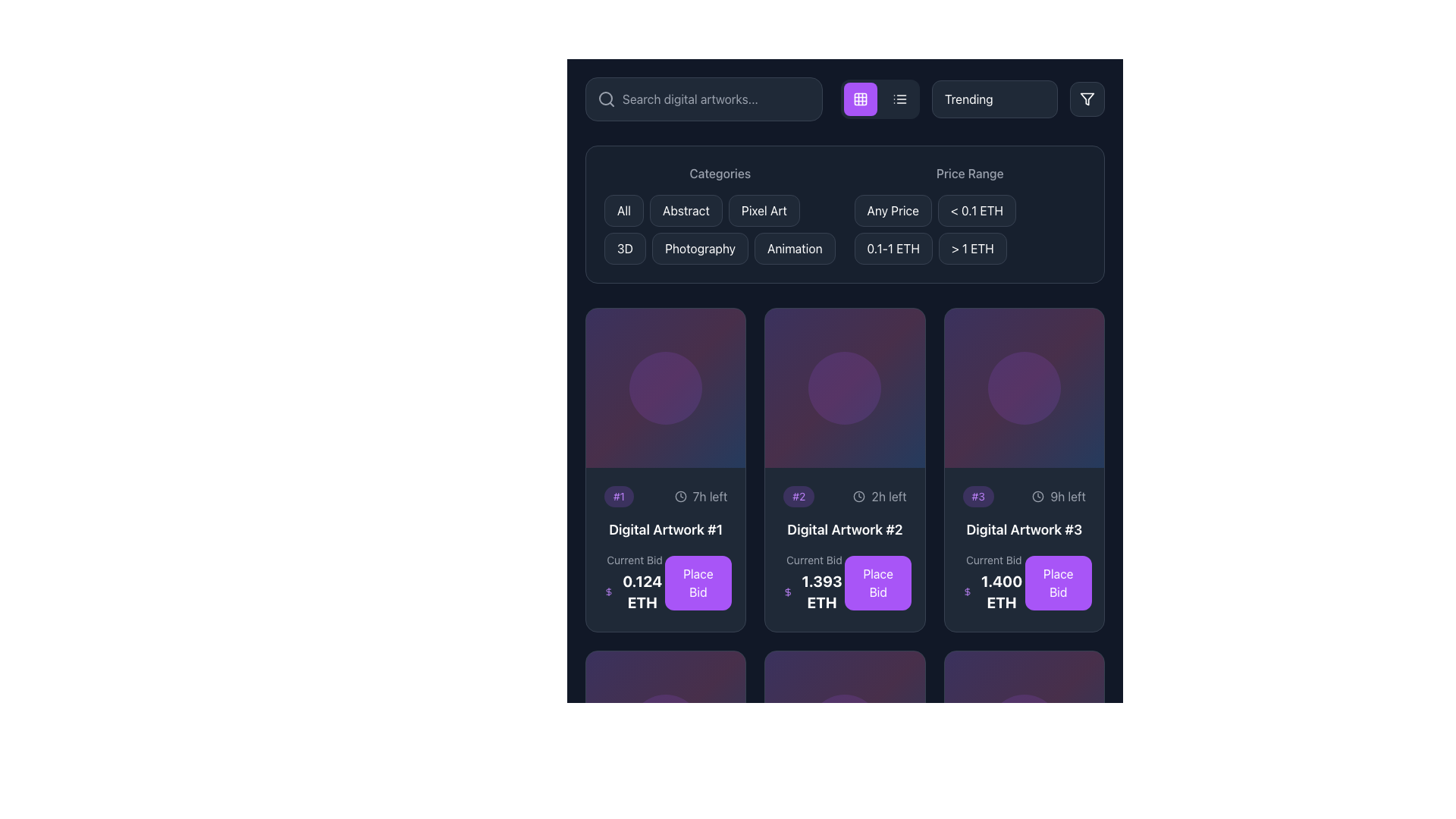 This screenshot has width=1456, height=819. I want to click on the 'share' button located in the upper-right section of the 'Digital Artwork #2' card, which is the third circular button among similar buttons including 'like' and 'view', so click(899, 397).